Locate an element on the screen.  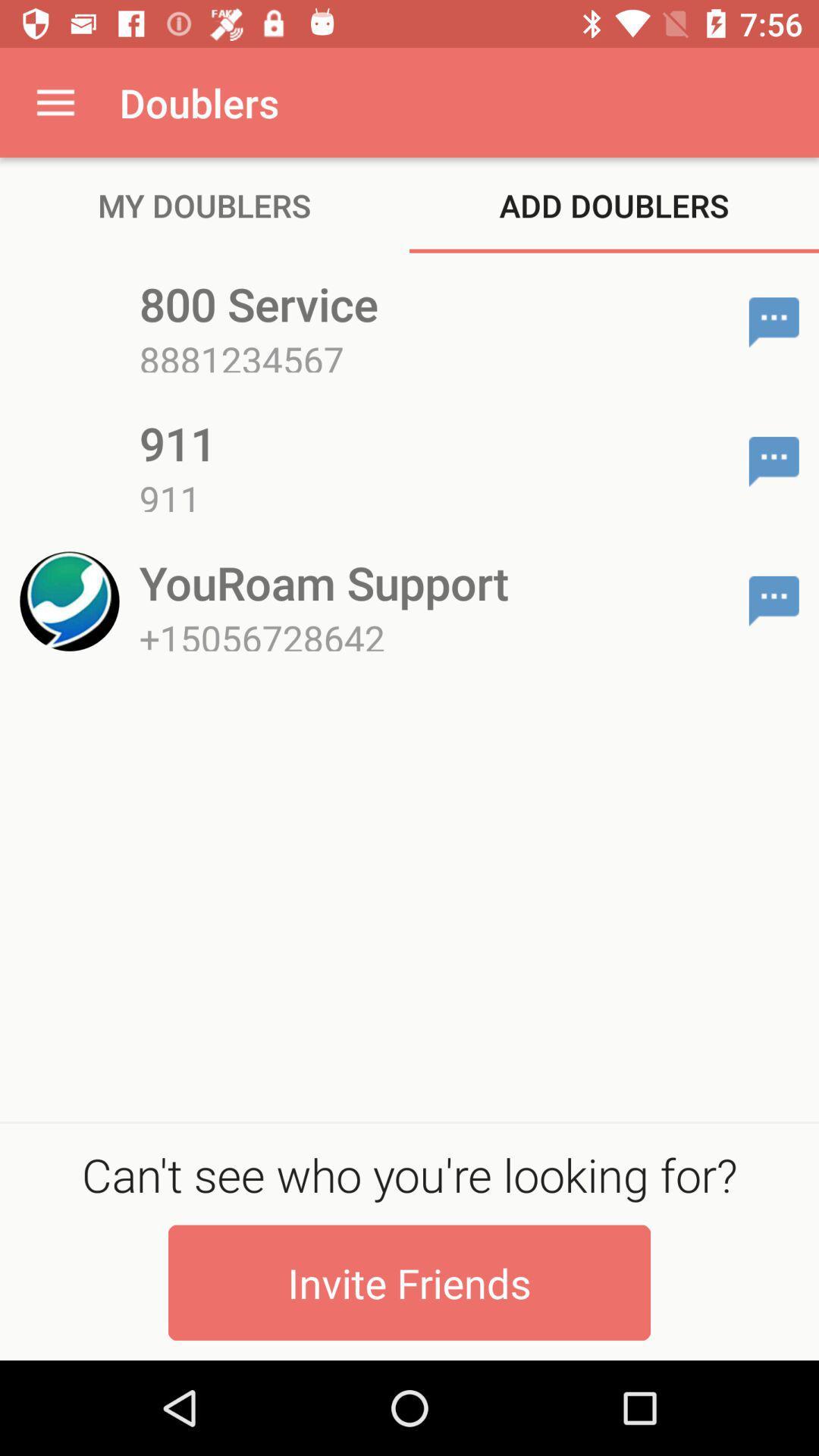
the item to the right of 911 item is located at coordinates (773, 461).